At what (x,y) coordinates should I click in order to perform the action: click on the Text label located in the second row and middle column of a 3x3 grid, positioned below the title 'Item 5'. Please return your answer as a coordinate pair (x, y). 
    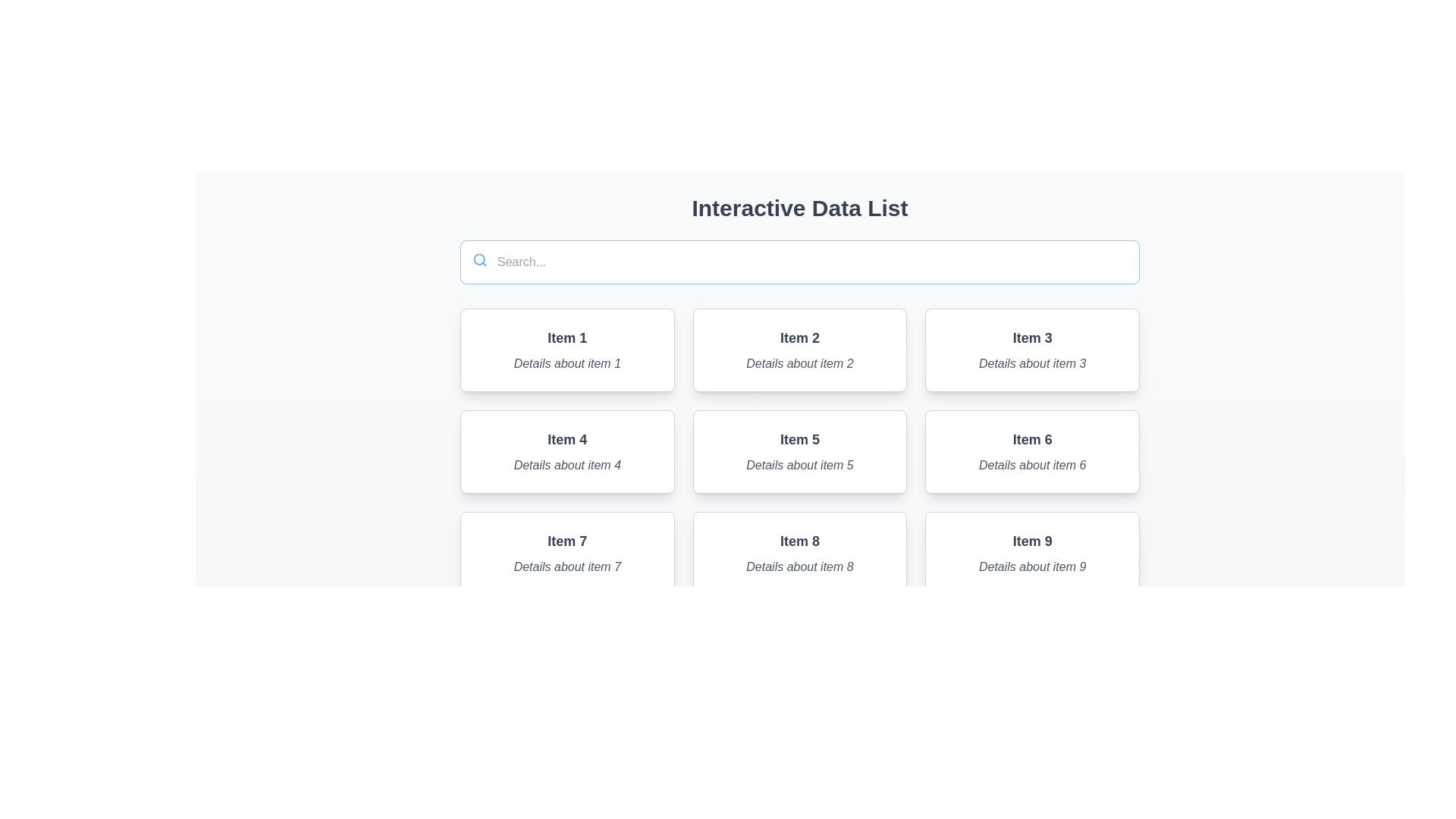
    Looking at the image, I should click on (799, 464).